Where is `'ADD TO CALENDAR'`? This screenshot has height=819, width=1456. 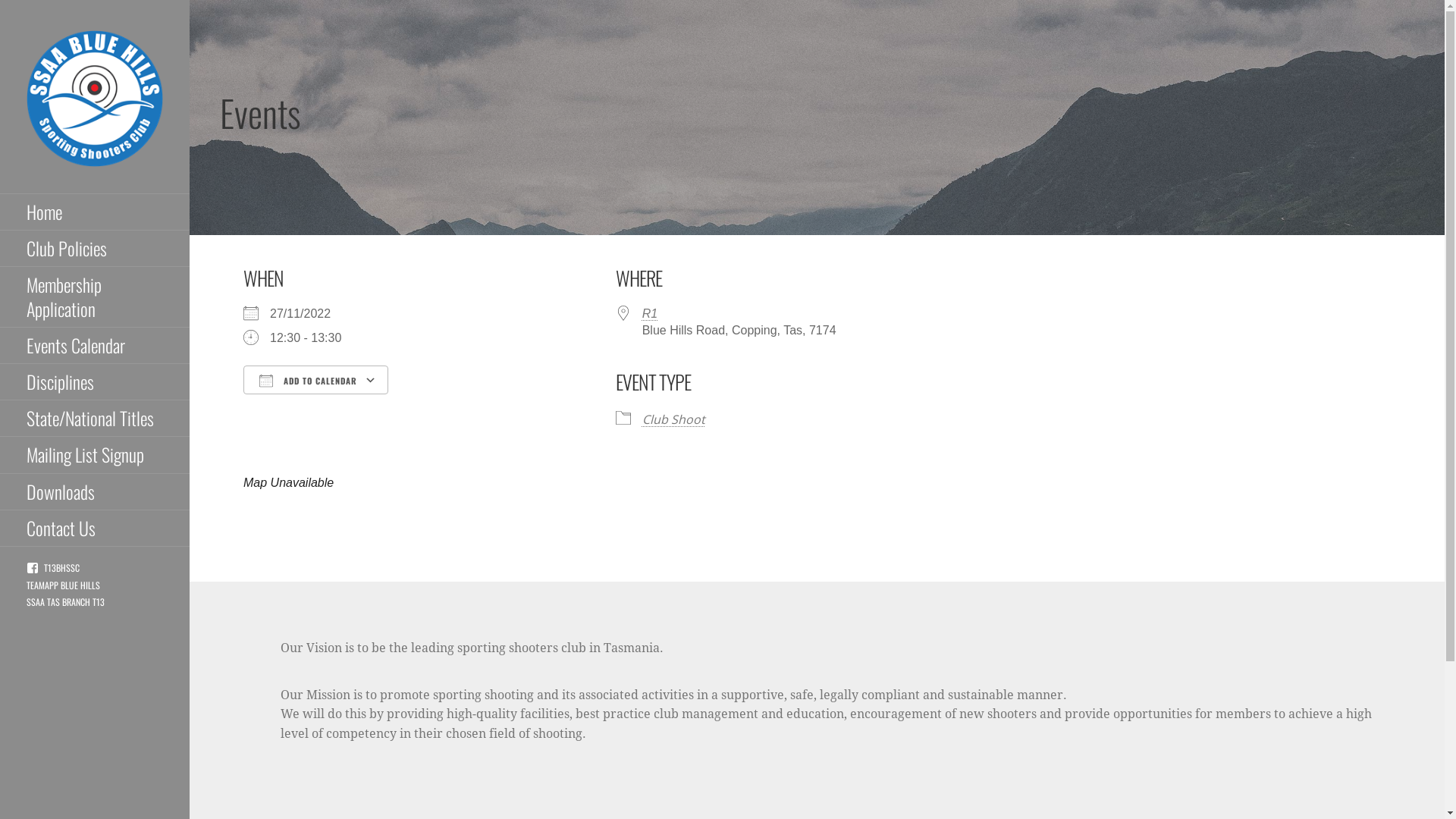
'ADD TO CALENDAR' is located at coordinates (243, 379).